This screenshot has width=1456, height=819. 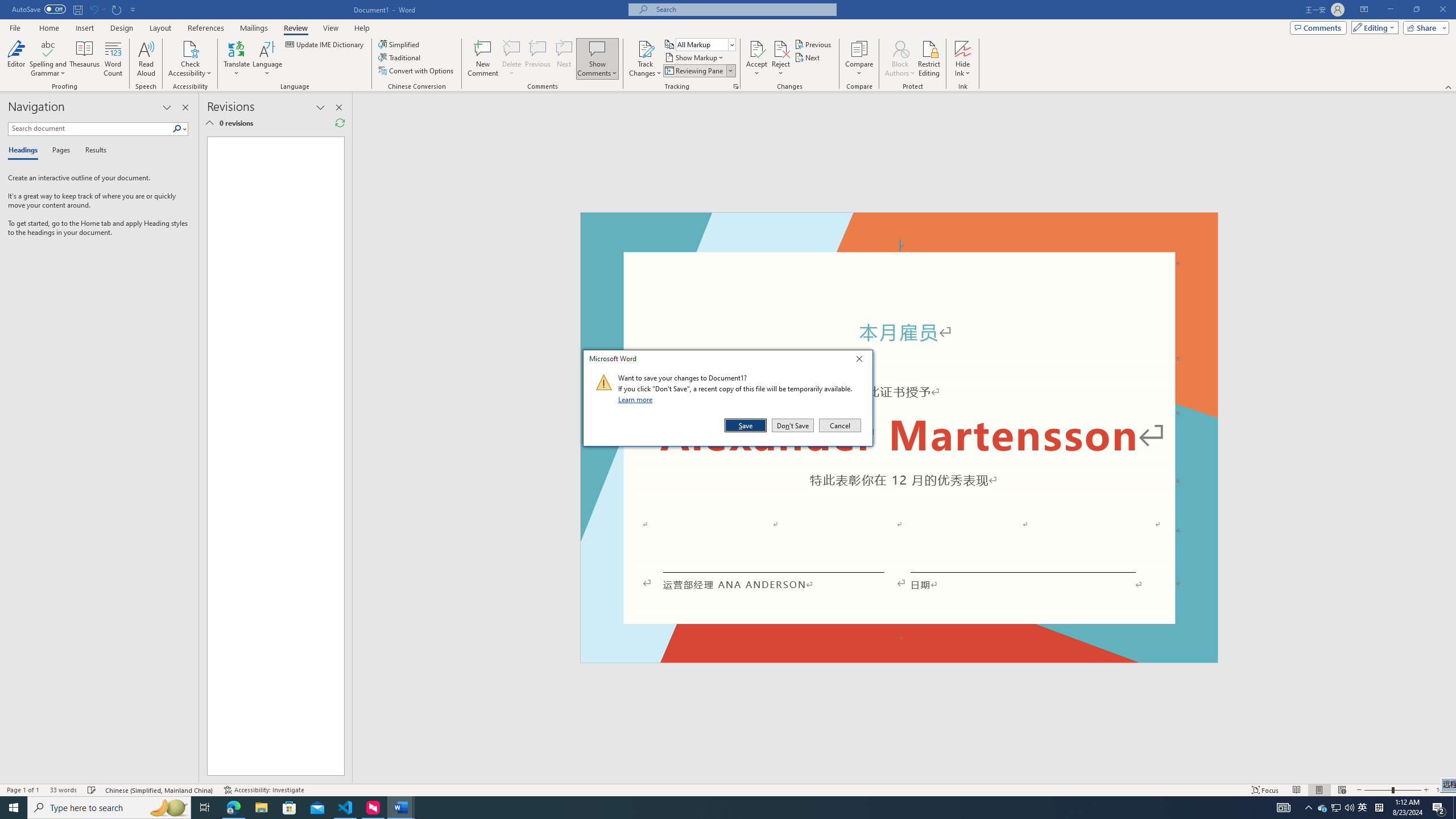 What do you see at coordinates (133, 9) in the screenshot?
I see `'Customize Quick Access Toolbar'` at bounding box center [133, 9].